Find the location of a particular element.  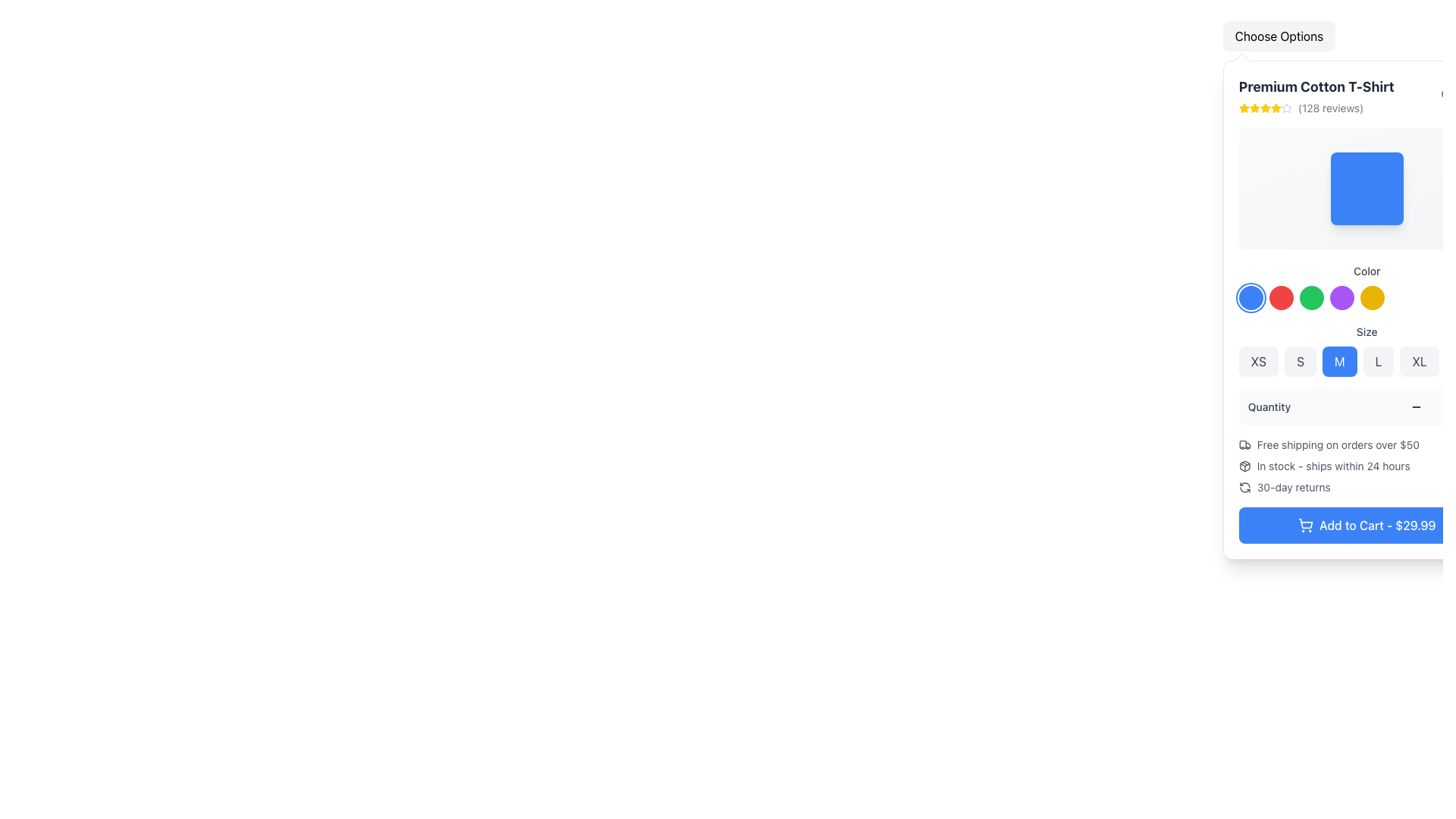

the third yellow star icon in the rating system, located near the title 'Premium Cotton T-Shirt' is located at coordinates (1254, 107).